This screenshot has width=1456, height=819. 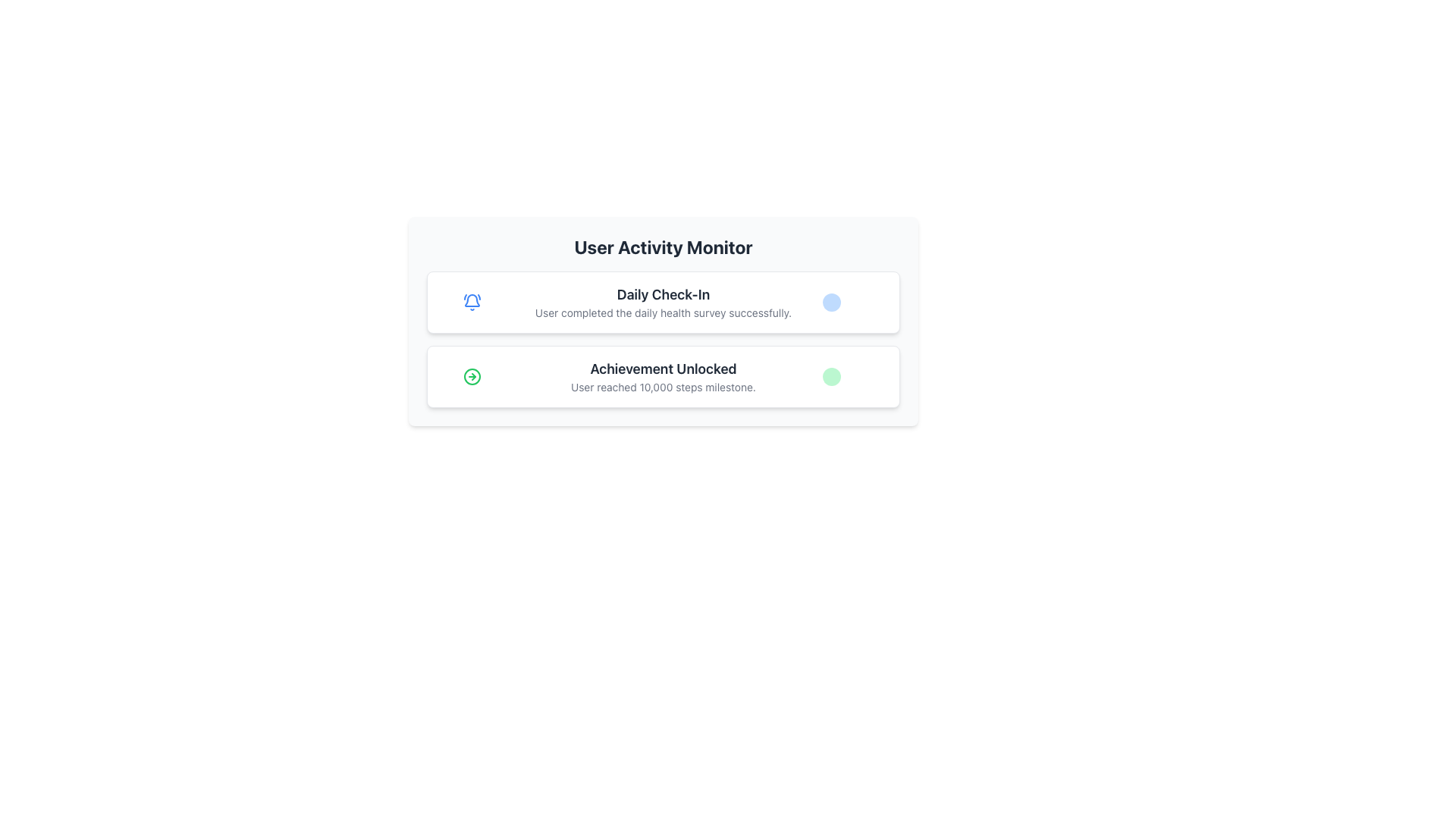 What do you see at coordinates (663, 312) in the screenshot?
I see `the text label displaying 'User completed the daily health survey successfully.' located below the 'Daily Check-In' header in the 'User Activity Monitor' interface` at bounding box center [663, 312].